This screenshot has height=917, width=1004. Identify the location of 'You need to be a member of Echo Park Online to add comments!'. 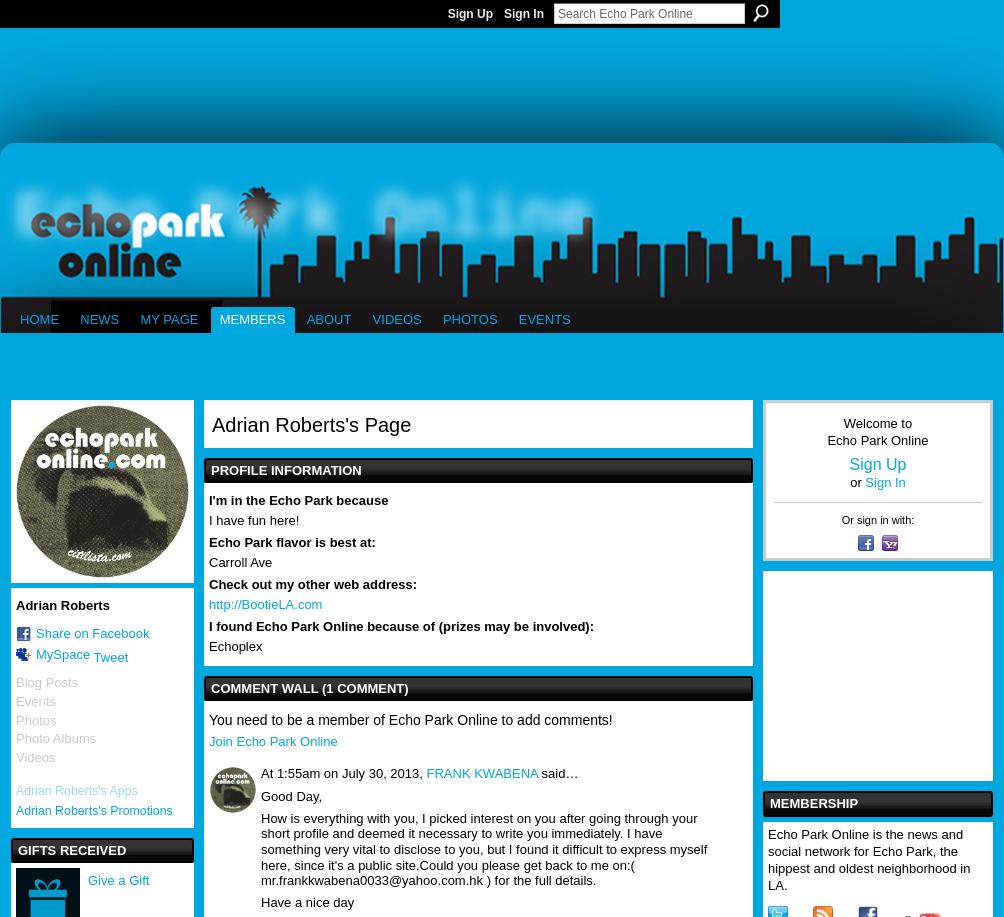
(409, 720).